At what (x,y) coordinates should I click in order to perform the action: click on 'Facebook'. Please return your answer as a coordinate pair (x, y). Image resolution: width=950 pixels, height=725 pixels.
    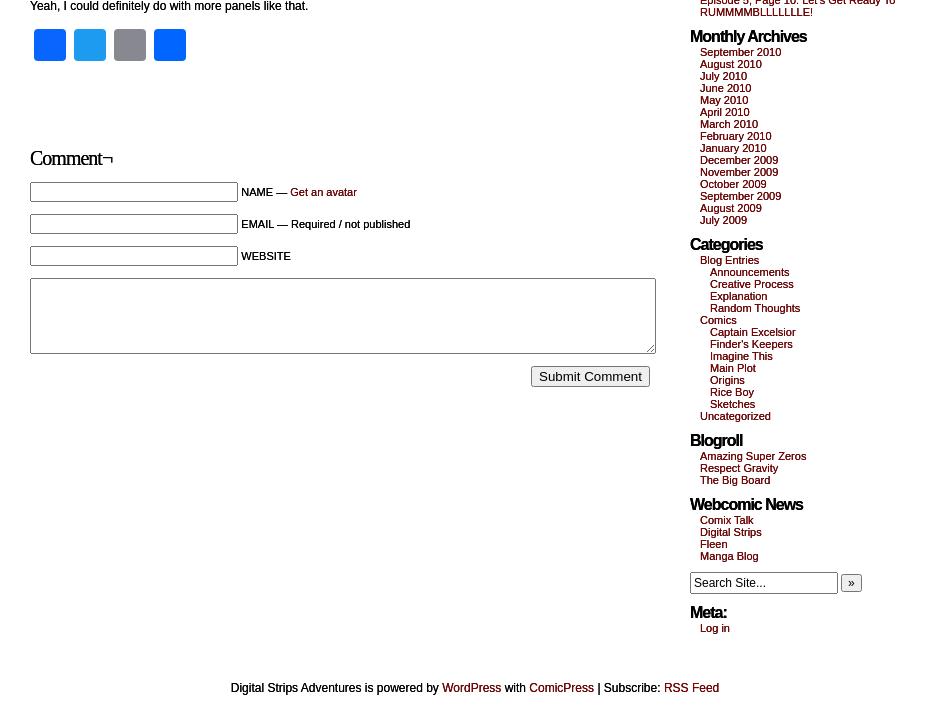
    Looking at the image, I should click on (136, 45).